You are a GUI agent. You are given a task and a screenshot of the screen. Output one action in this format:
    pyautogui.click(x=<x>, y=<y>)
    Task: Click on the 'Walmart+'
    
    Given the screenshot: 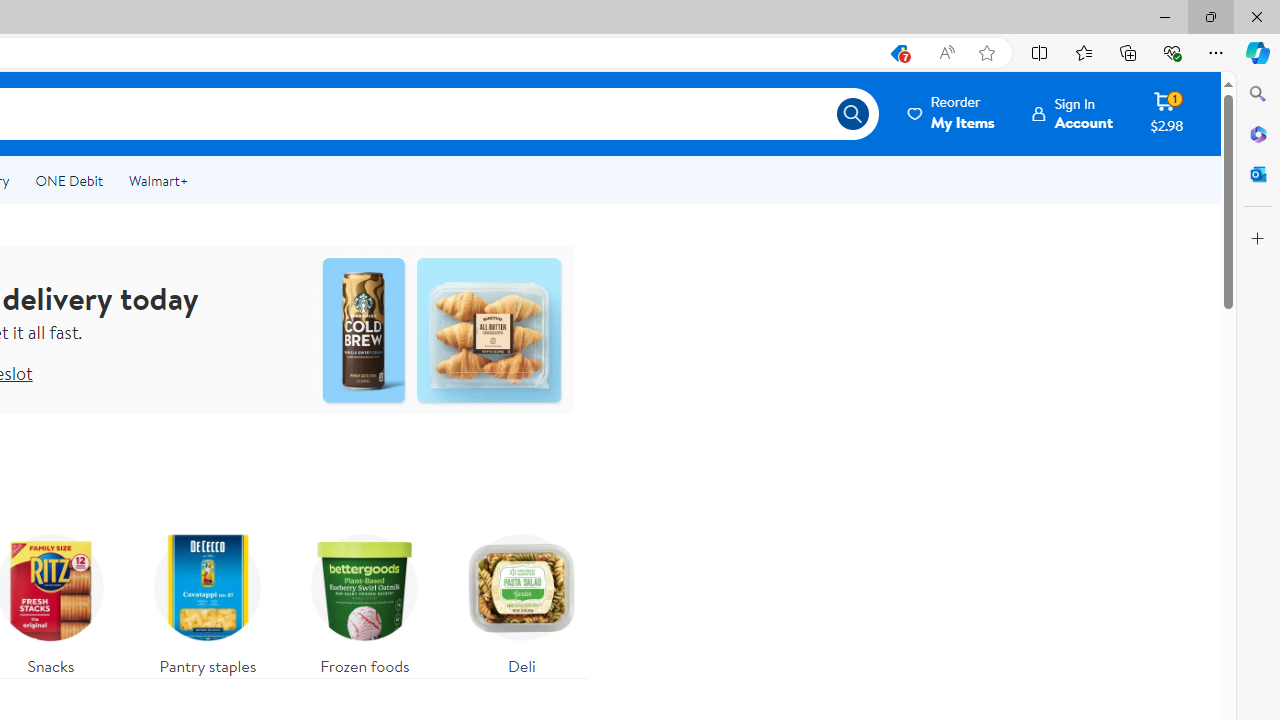 What is the action you would take?
    pyautogui.click(x=157, y=181)
    